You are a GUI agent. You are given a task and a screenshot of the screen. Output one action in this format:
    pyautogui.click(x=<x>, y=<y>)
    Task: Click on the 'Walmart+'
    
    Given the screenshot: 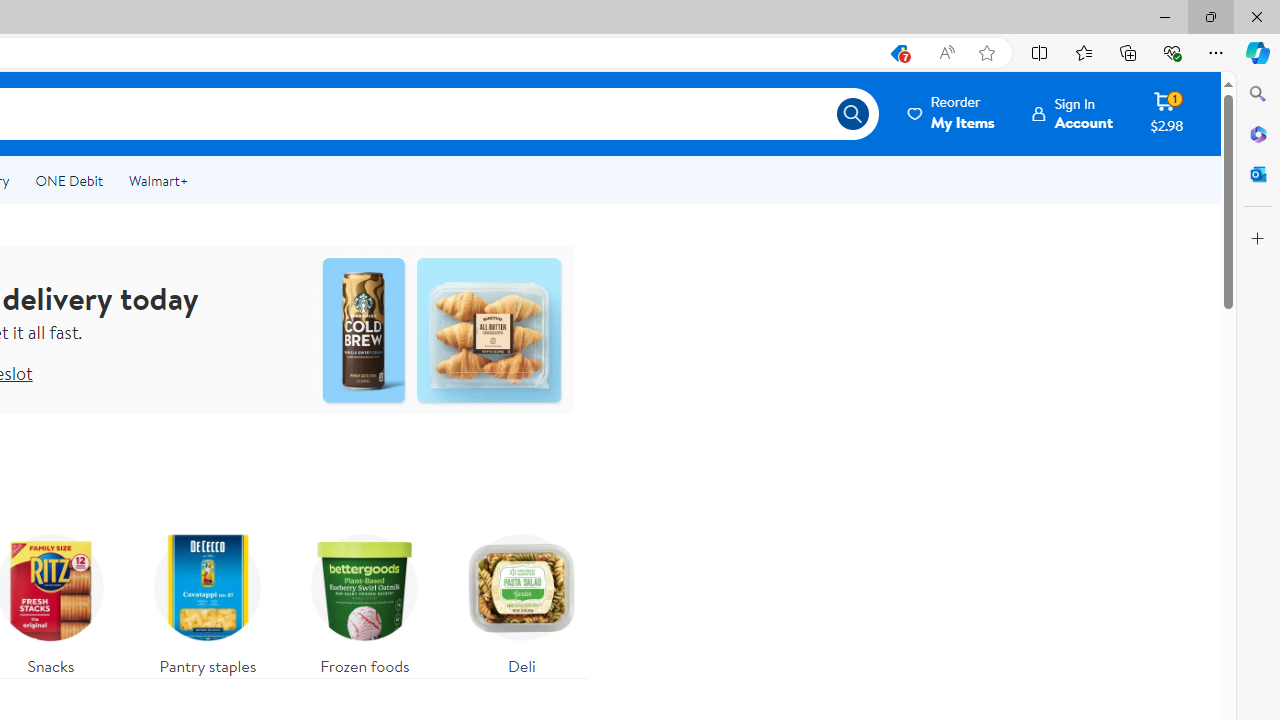 What is the action you would take?
    pyautogui.click(x=157, y=181)
    